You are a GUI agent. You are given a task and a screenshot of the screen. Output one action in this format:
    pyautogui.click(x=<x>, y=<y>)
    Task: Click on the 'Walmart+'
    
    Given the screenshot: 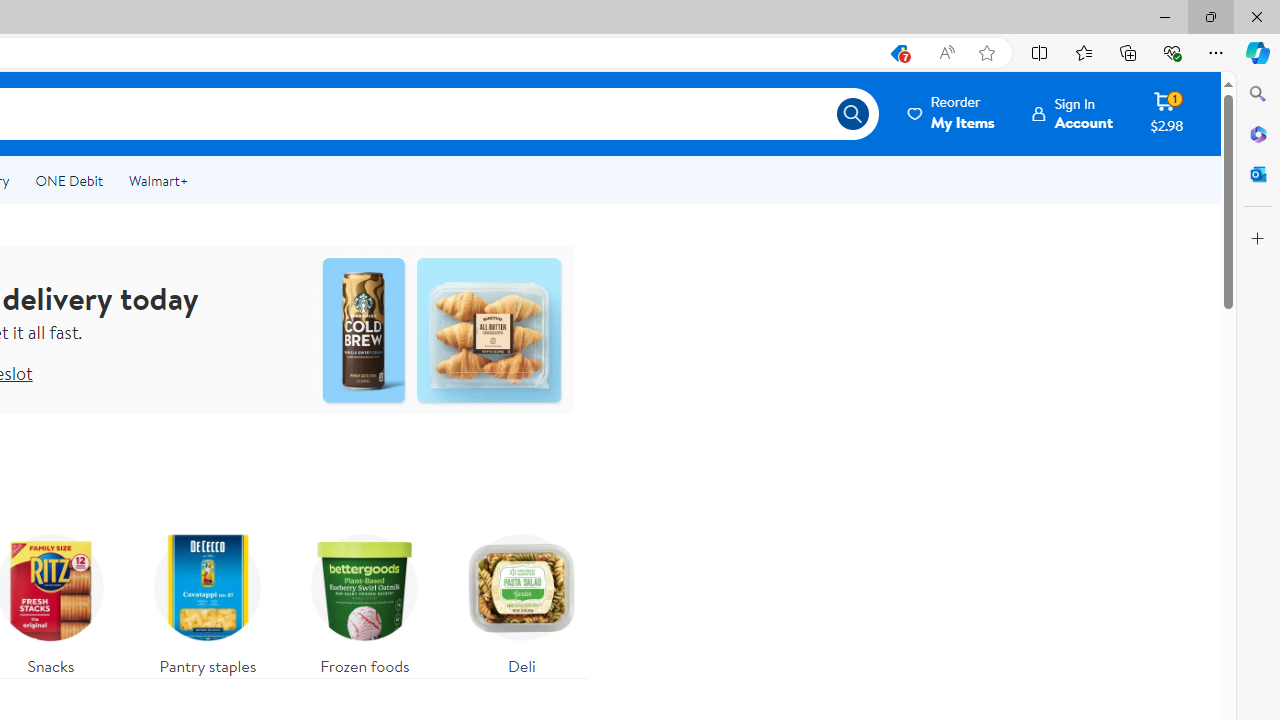 What is the action you would take?
    pyautogui.click(x=157, y=181)
    